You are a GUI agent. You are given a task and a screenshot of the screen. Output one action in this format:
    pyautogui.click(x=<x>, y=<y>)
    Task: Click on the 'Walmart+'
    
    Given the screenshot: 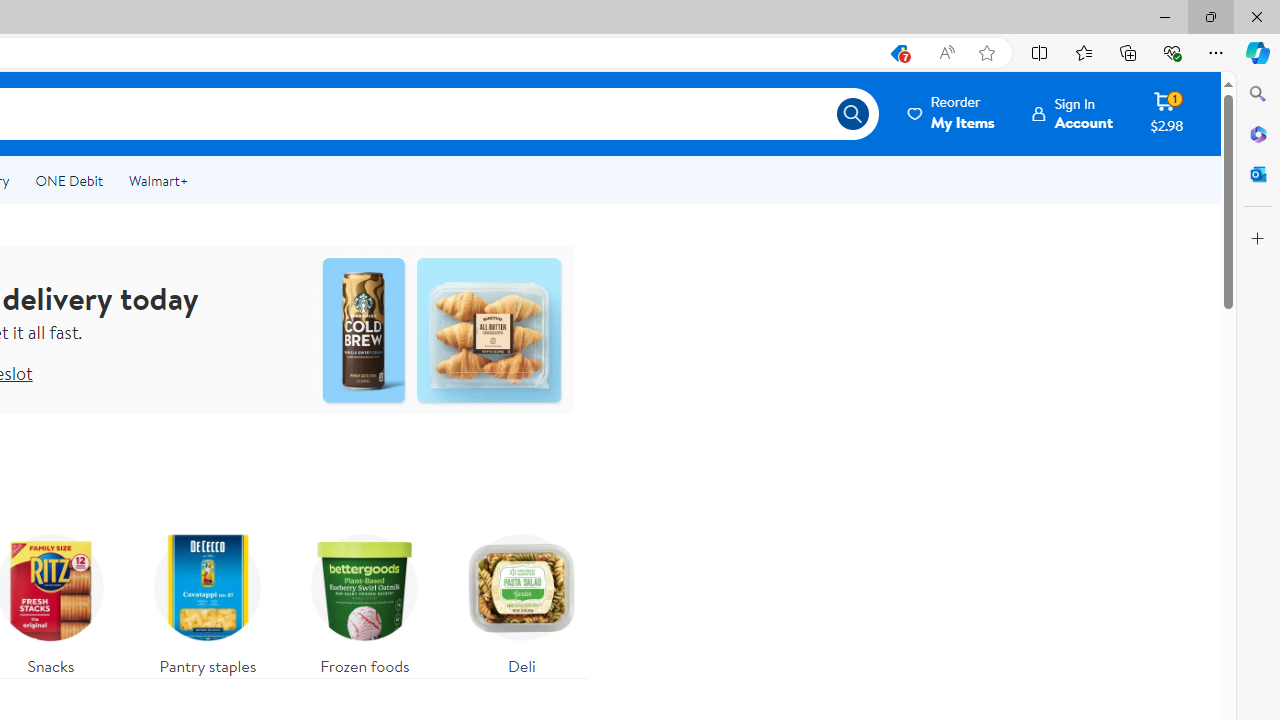 What is the action you would take?
    pyautogui.click(x=157, y=181)
    